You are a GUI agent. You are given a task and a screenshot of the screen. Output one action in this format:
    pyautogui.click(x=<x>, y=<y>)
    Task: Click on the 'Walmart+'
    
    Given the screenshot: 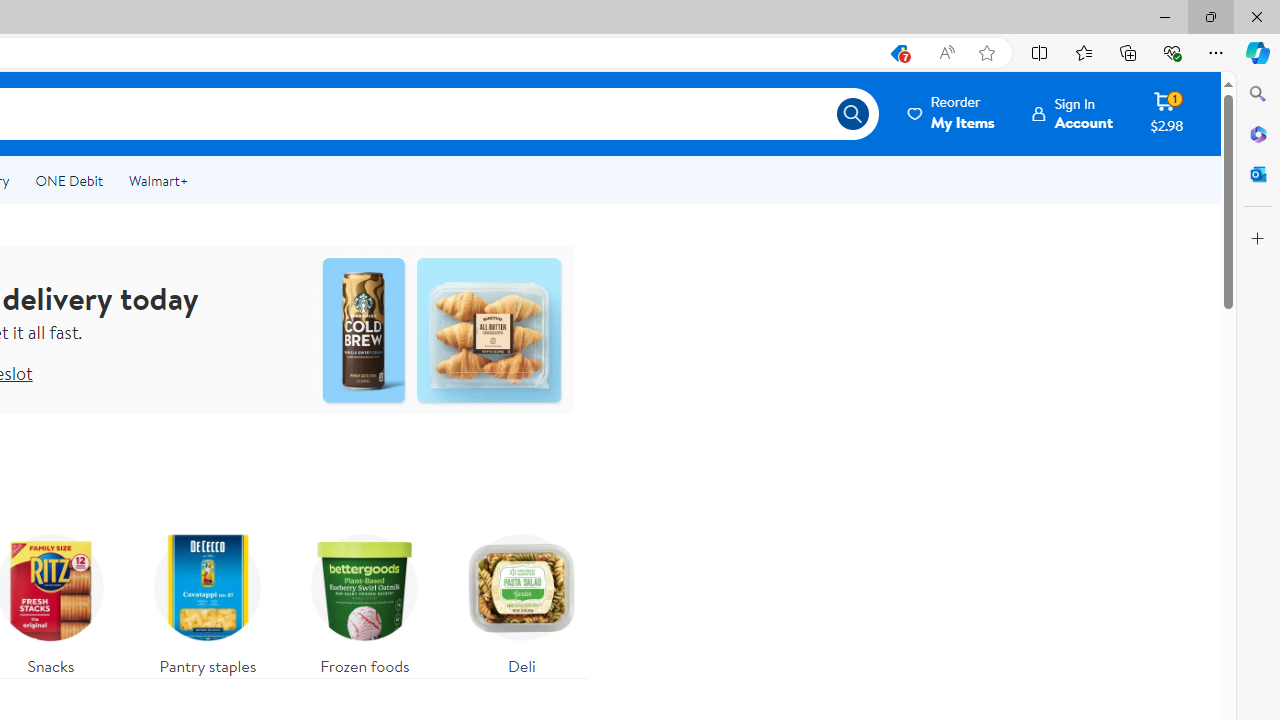 What is the action you would take?
    pyautogui.click(x=157, y=181)
    